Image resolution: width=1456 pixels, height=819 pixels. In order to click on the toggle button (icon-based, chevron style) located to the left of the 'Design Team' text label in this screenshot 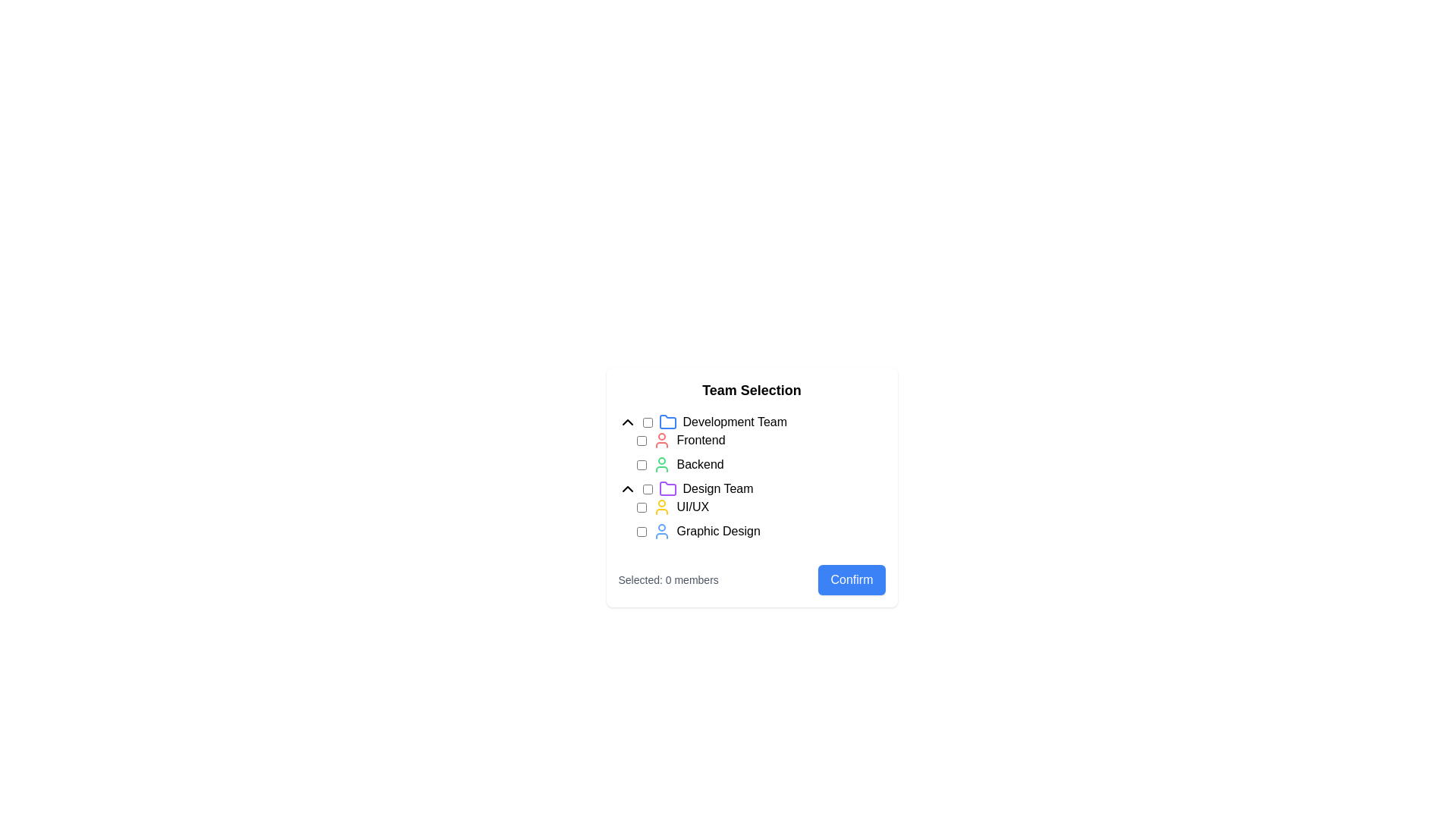, I will do `click(627, 488)`.